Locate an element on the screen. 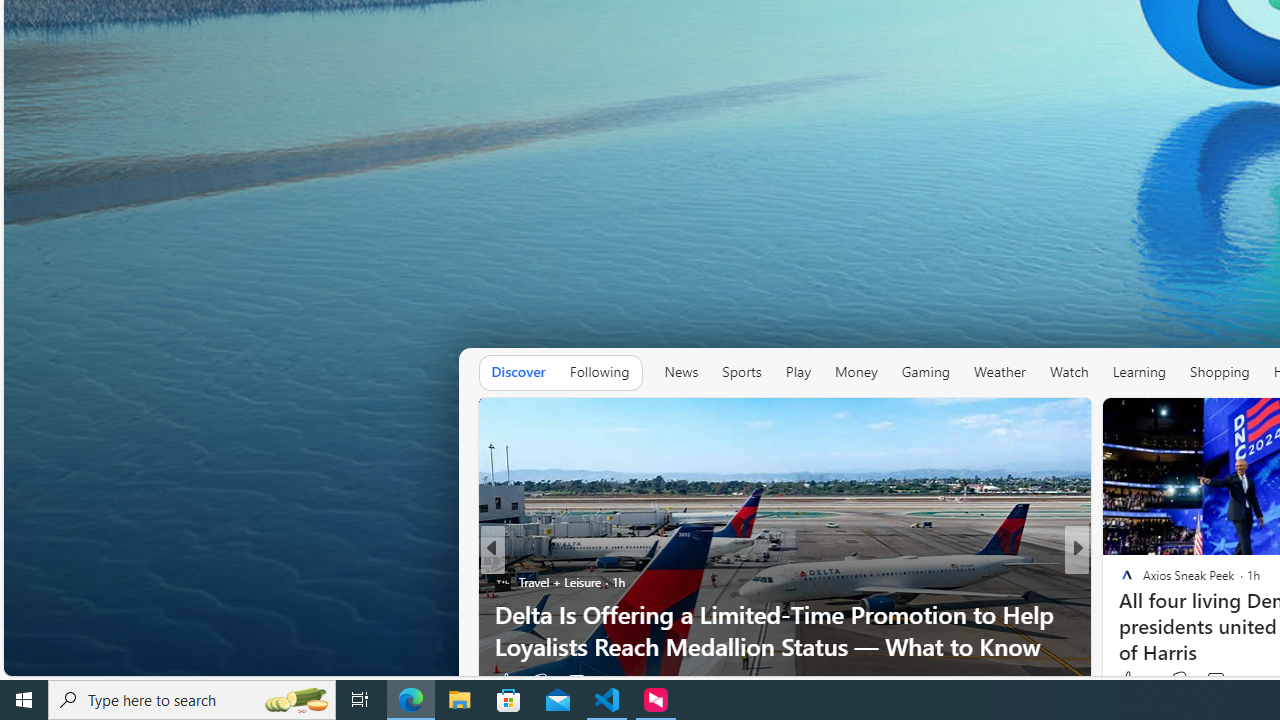 Image resolution: width=1280 pixels, height=720 pixels. 'View comments 13 Comment' is located at coordinates (1216, 680).